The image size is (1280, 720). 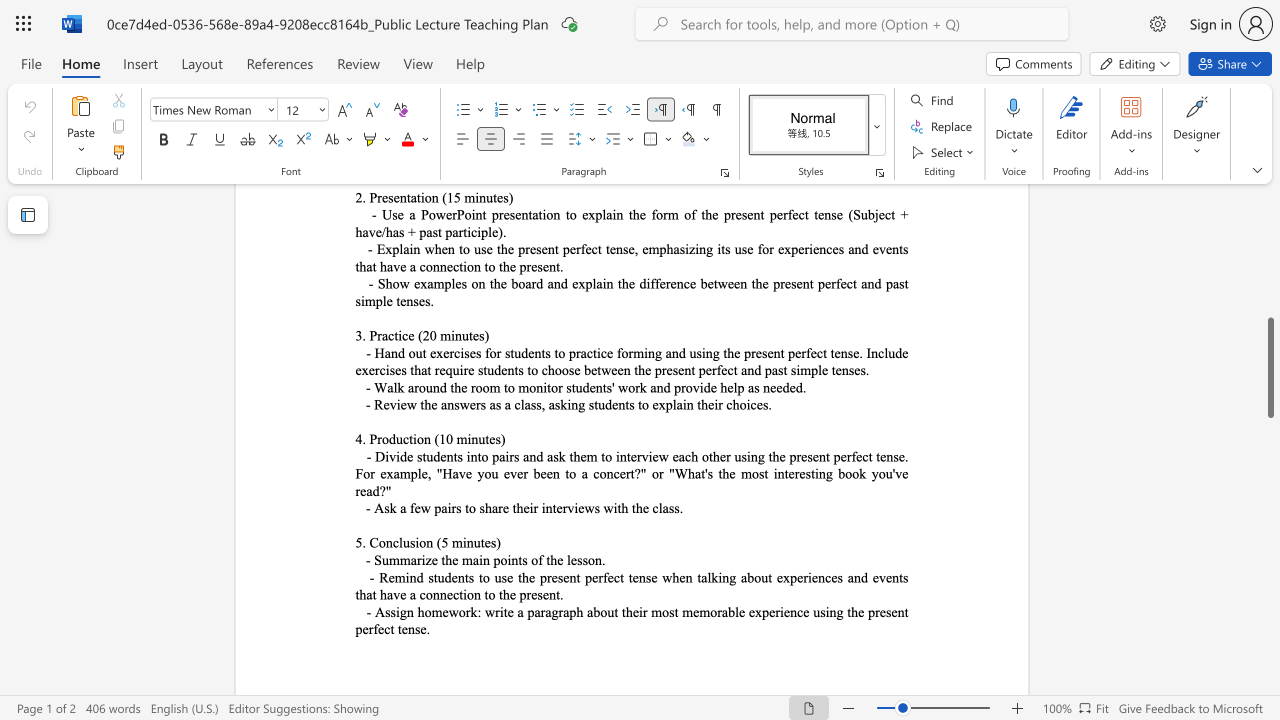 What do you see at coordinates (637, 611) in the screenshot?
I see `the subset text "ir most" within the text "- Assign homework: write a paragraph about their most memorable experience using the present perfect tense."` at bounding box center [637, 611].